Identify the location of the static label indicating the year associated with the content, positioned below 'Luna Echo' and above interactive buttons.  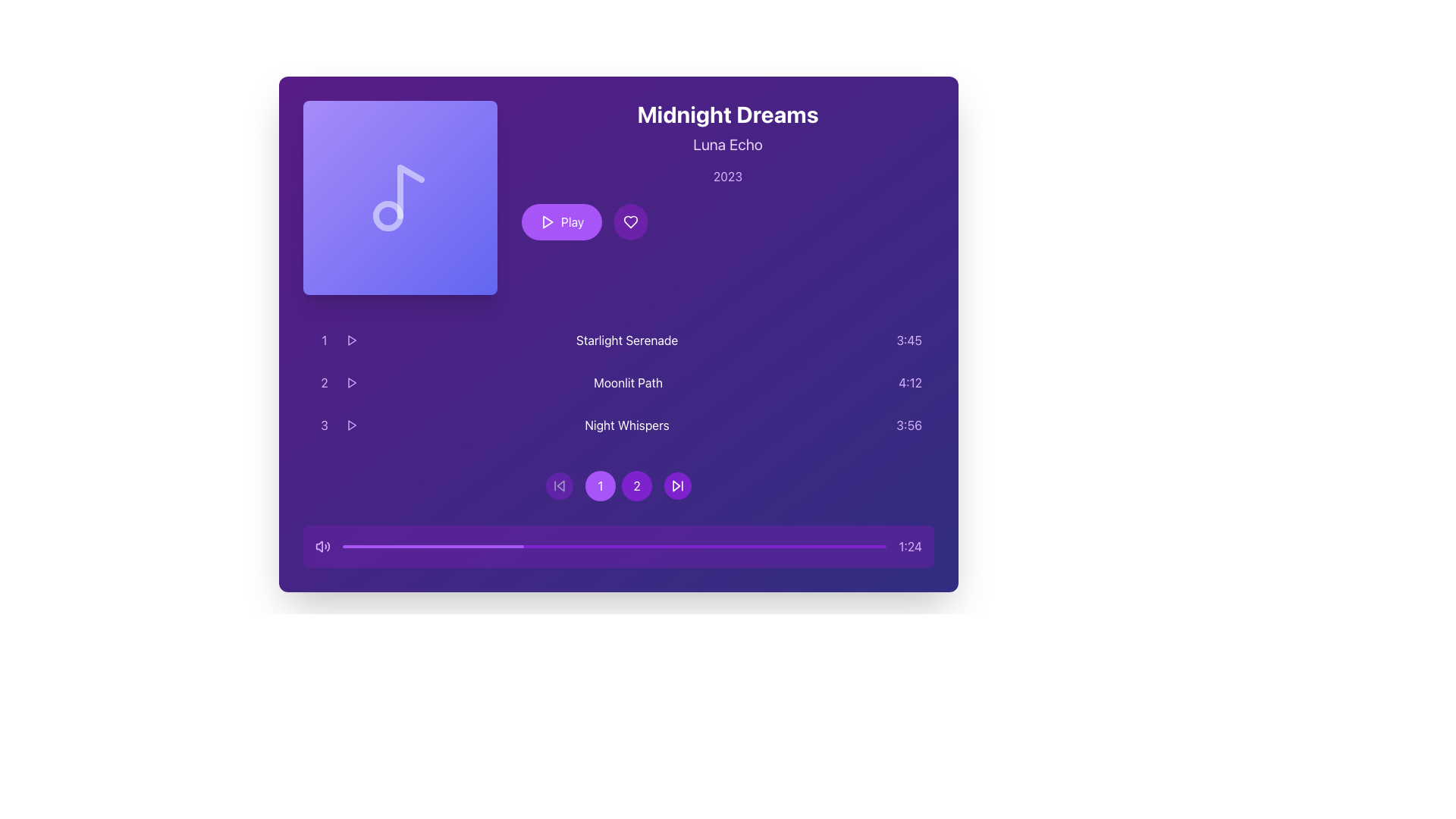
(728, 175).